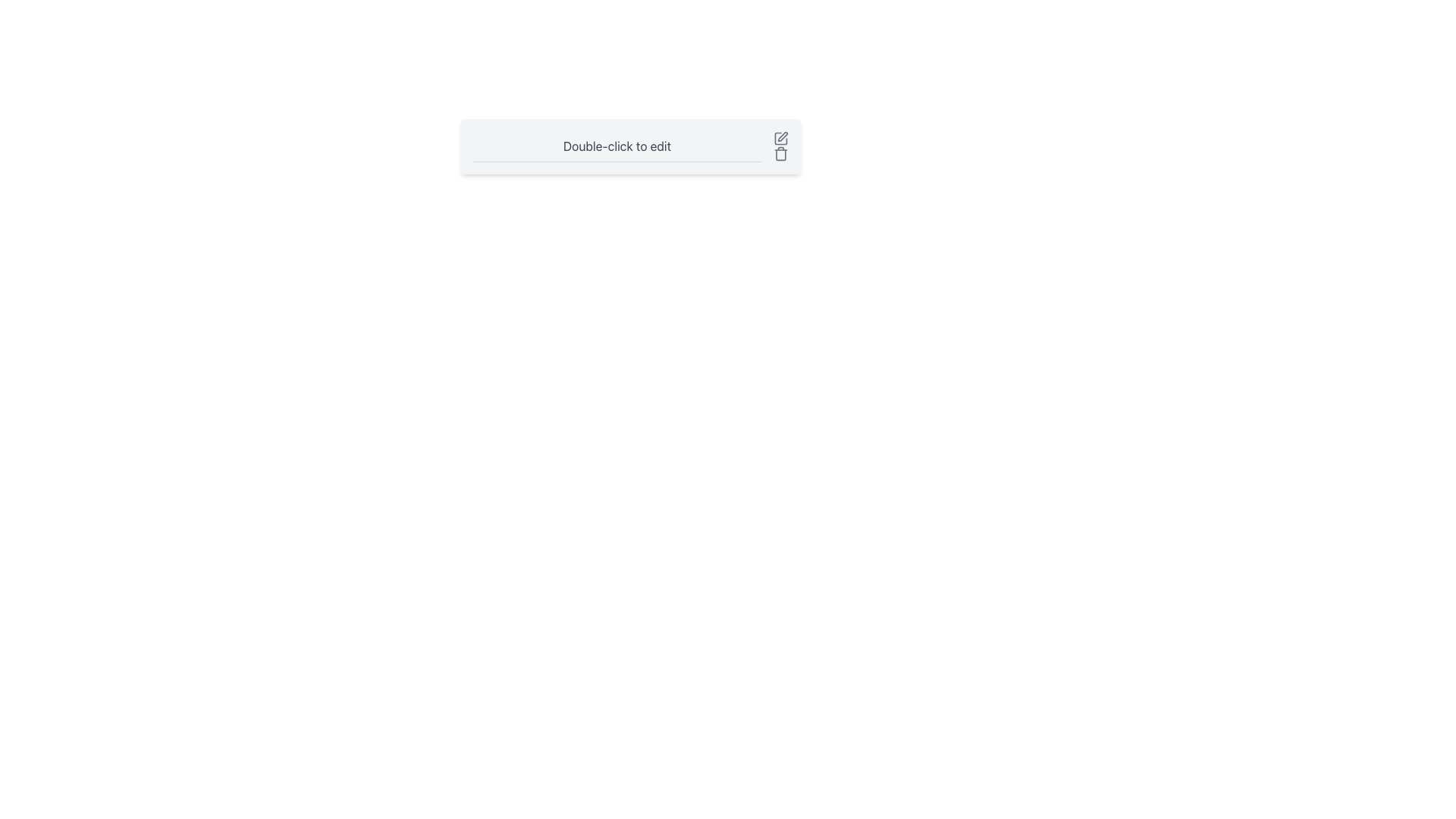 The height and width of the screenshot is (819, 1456). Describe the element at coordinates (630, 146) in the screenshot. I see `the text box/label with editing functionality that allows users to modify its content, as indicated by the instruction 'Double-click to edit'` at that location.